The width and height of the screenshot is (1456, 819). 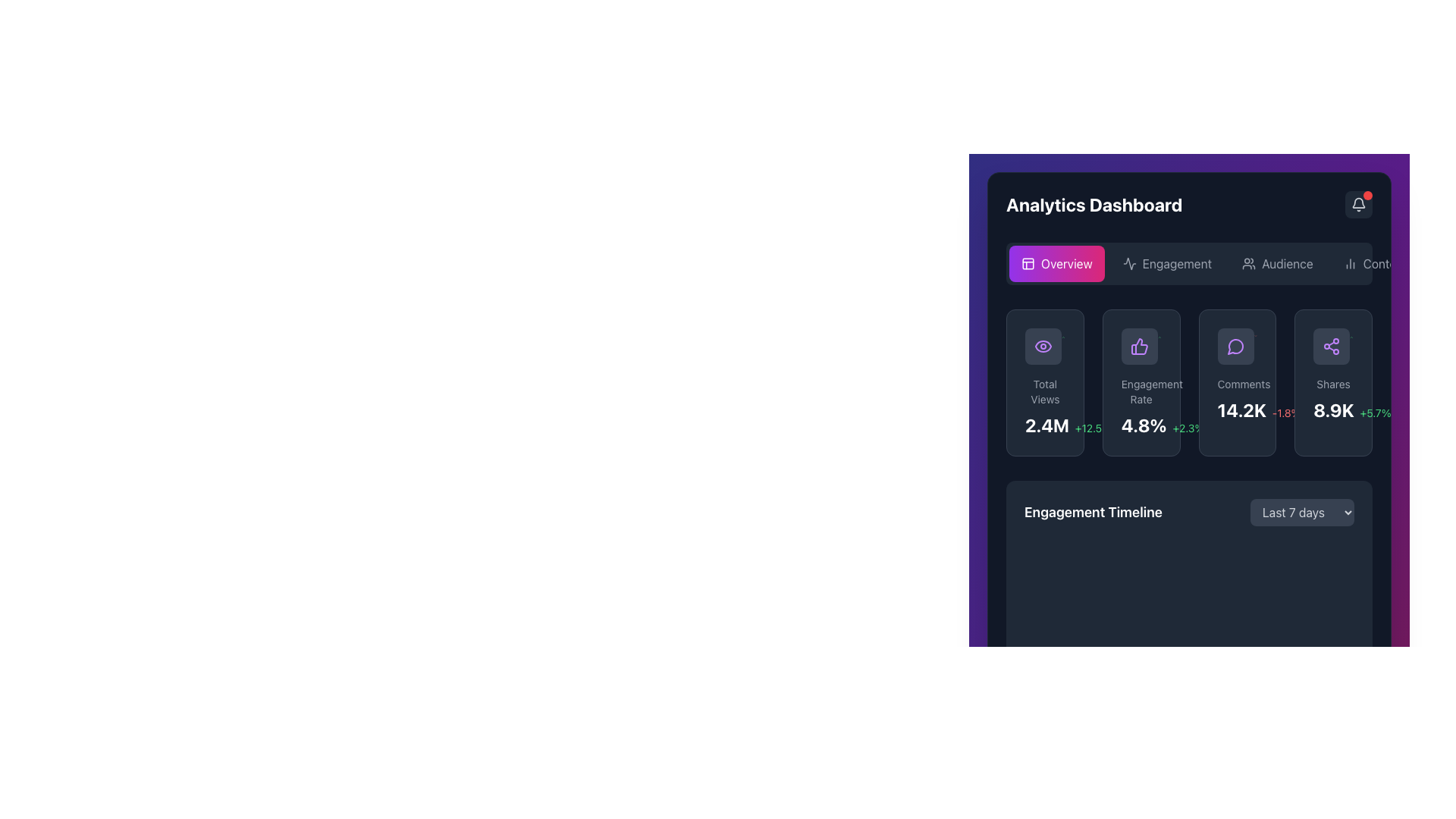 I want to click on the thumbs-up icon with a purple outline located in the upper section of the dashboard, between the 'Comments' and 'Shares' areas, so click(x=1139, y=346).